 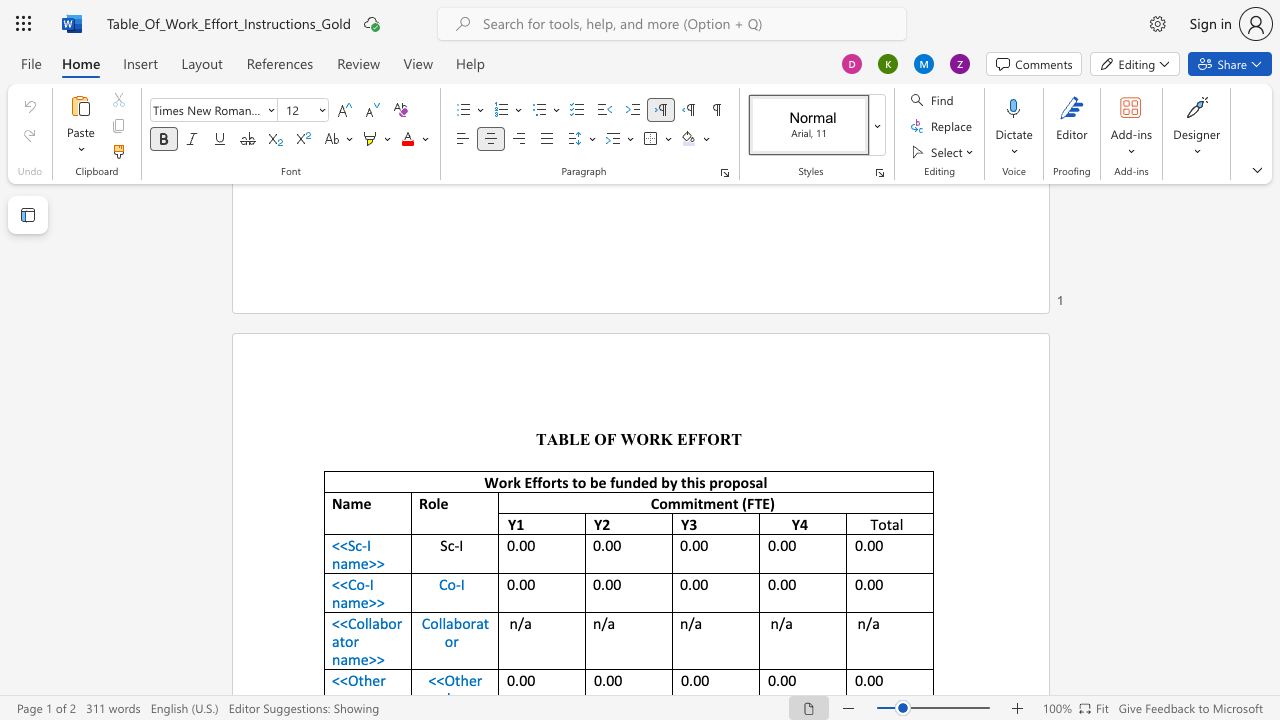 I want to click on the space between the continuous character "n" and "a" in the text, so click(x=340, y=601).